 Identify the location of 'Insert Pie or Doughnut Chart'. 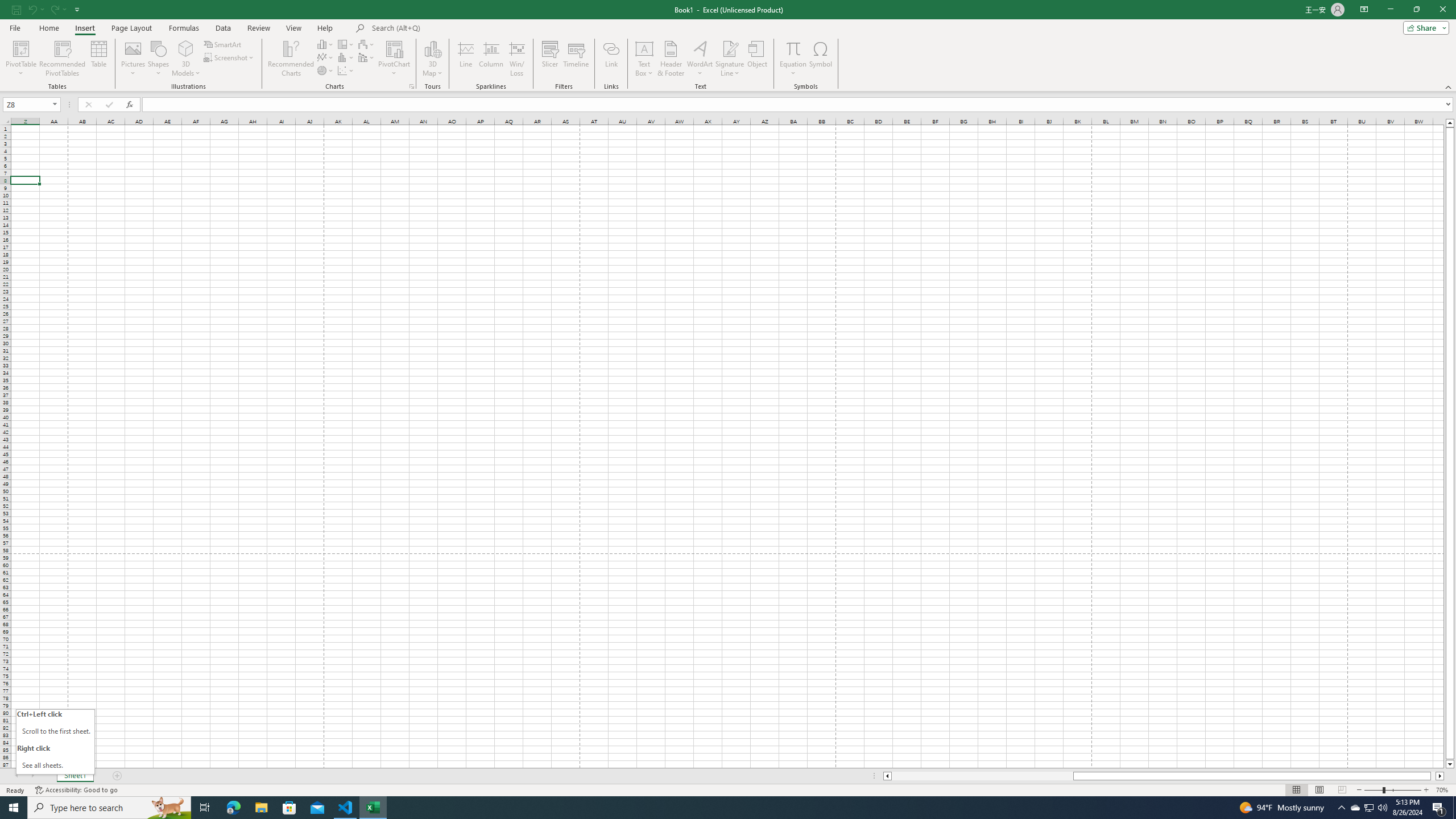
(325, 69).